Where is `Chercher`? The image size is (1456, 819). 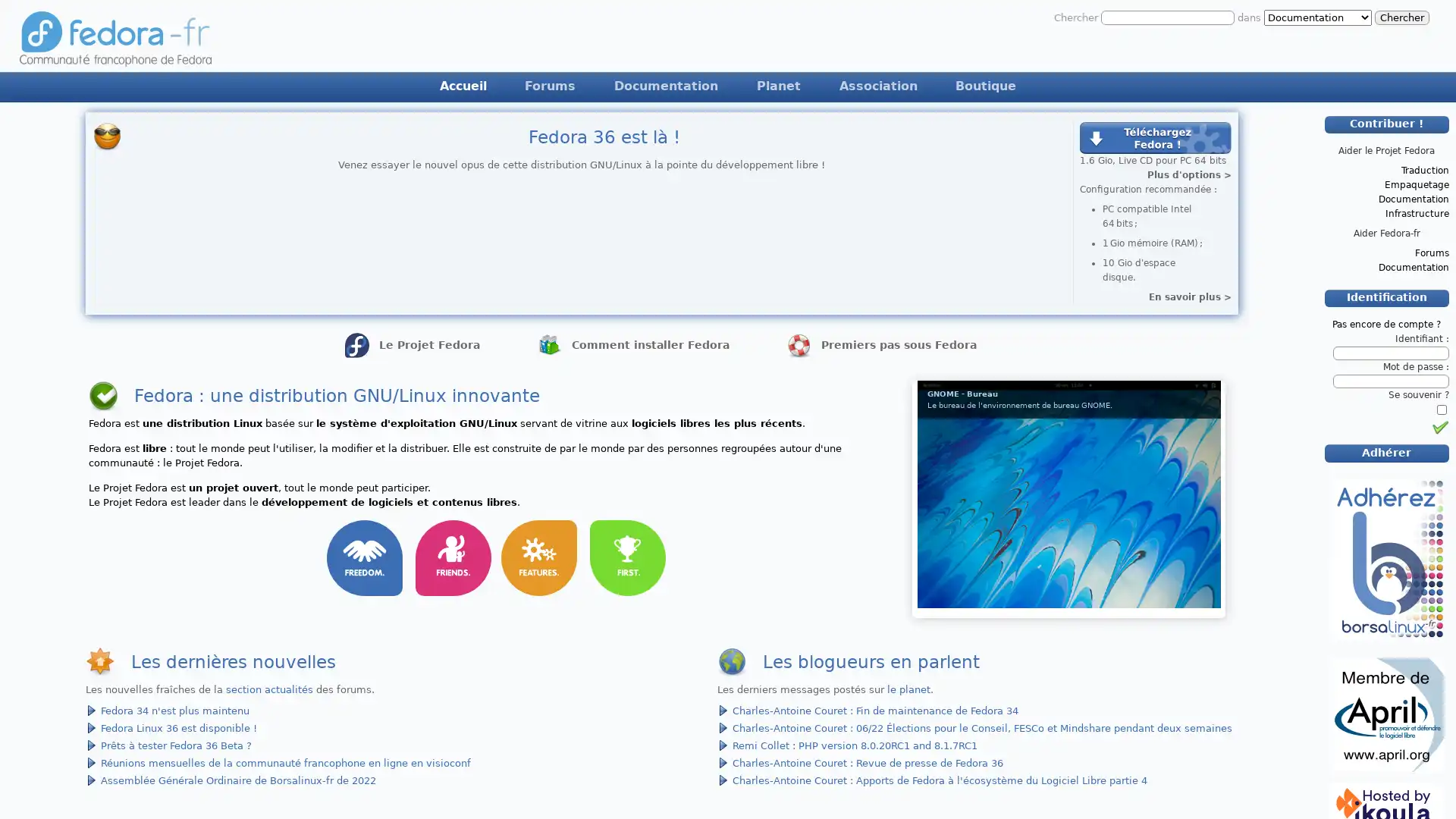 Chercher is located at coordinates (1401, 17).